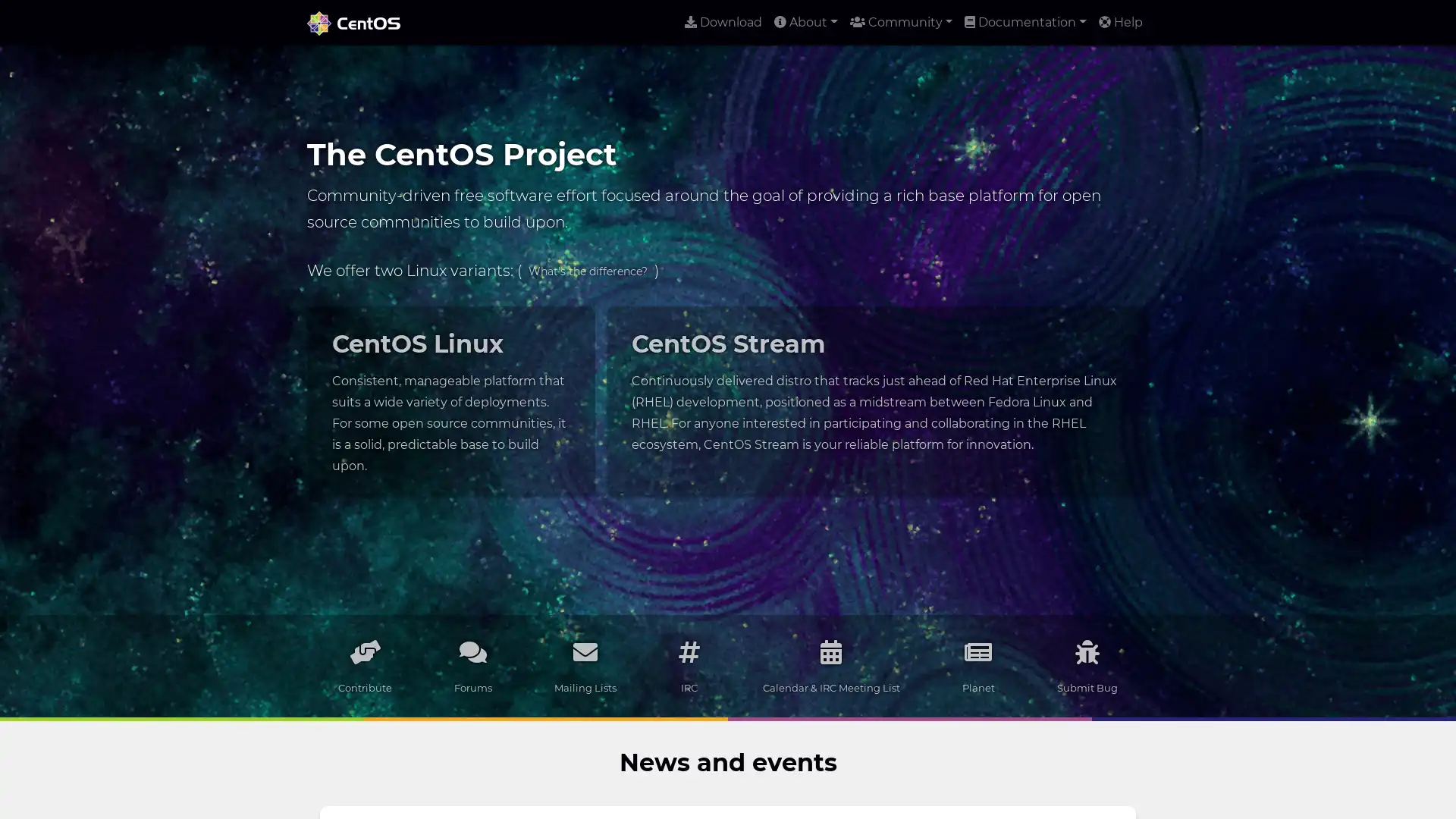  Describe the element at coordinates (472, 665) in the screenshot. I see `Forums` at that location.